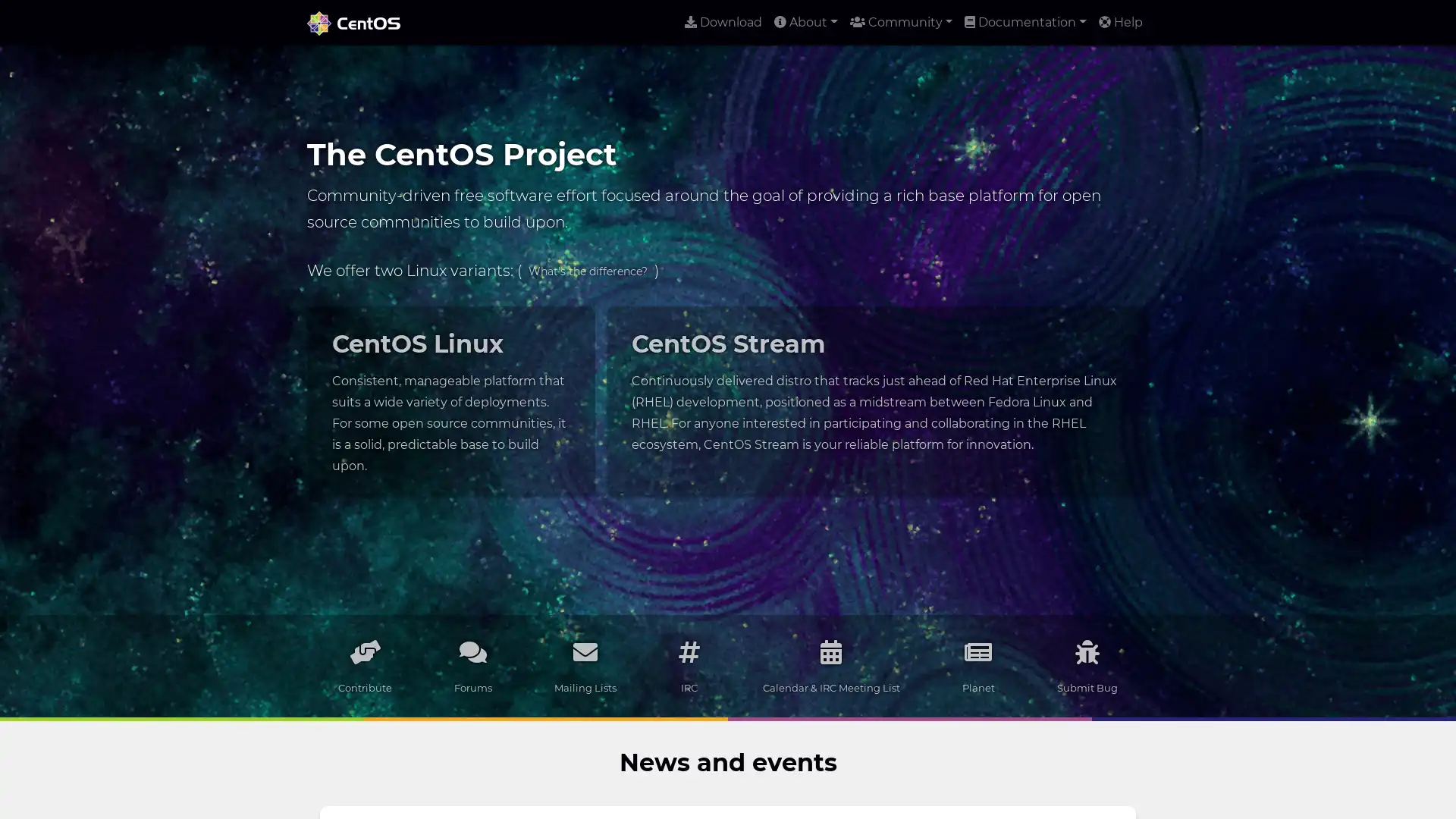  Describe the element at coordinates (472, 665) in the screenshot. I see `Forums` at that location.